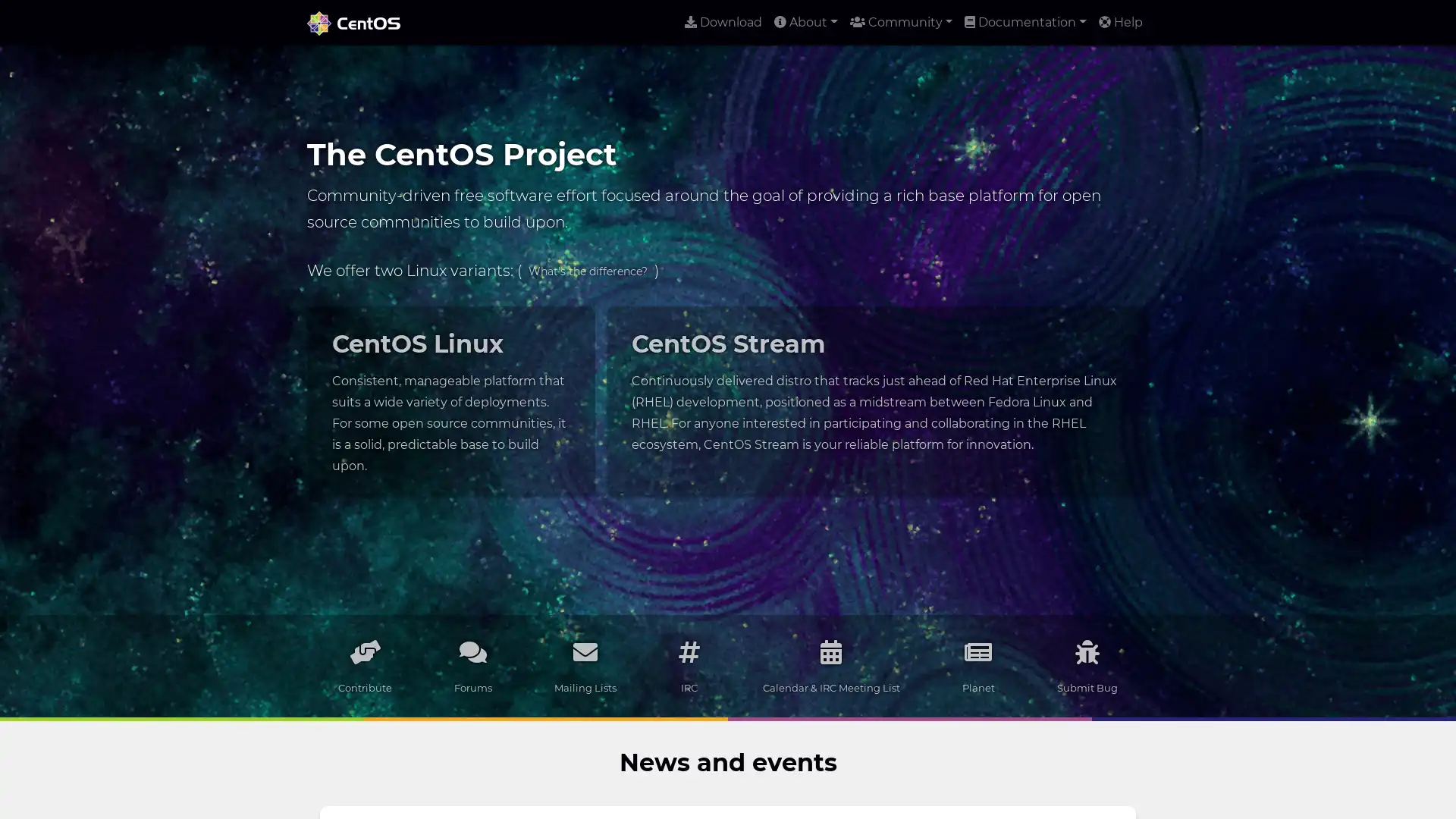  Describe the element at coordinates (472, 665) in the screenshot. I see `Forums` at that location.